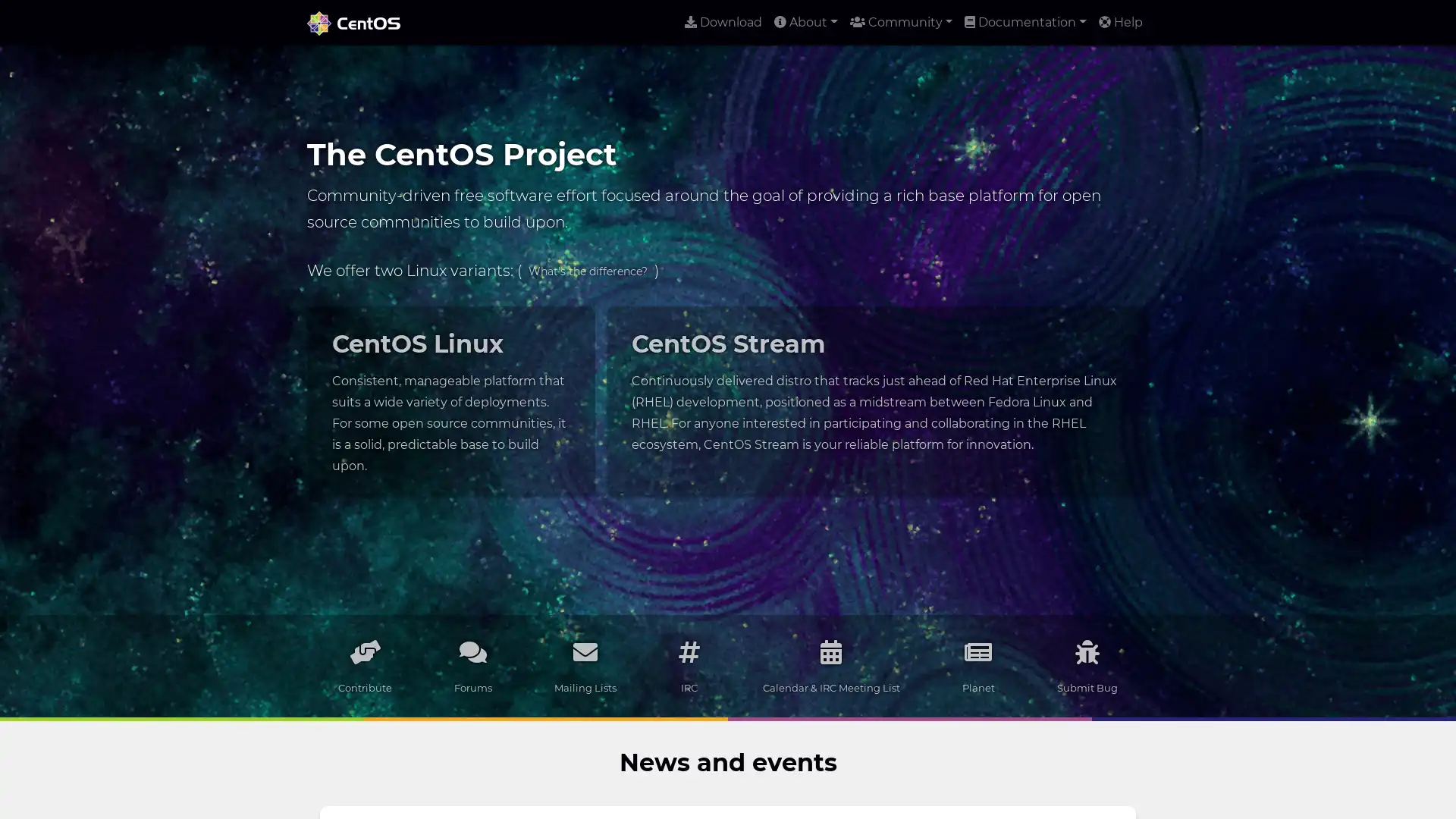  Describe the element at coordinates (472, 665) in the screenshot. I see `Forums` at that location.